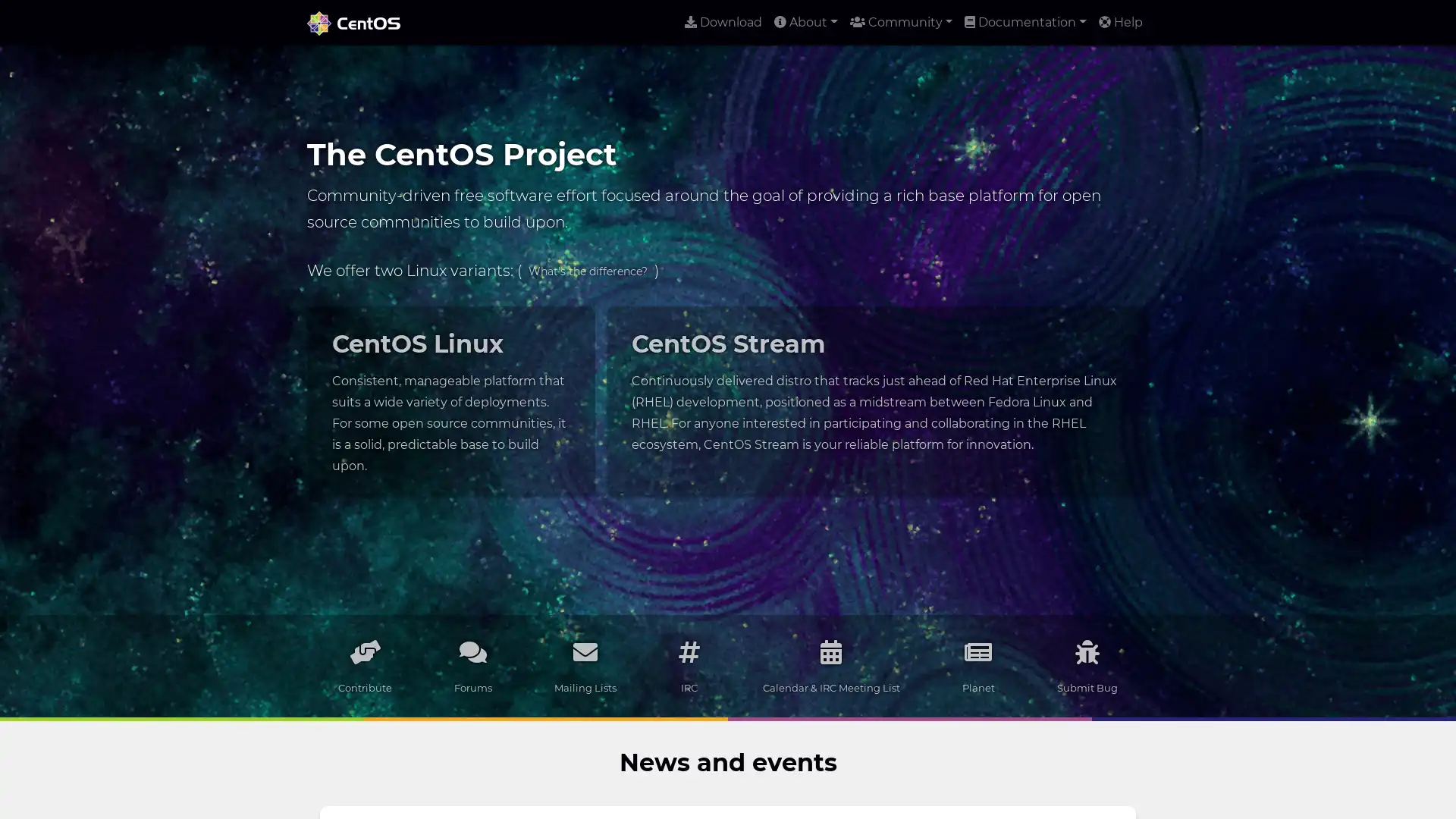  Describe the element at coordinates (472, 665) in the screenshot. I see `Forums` at that location.